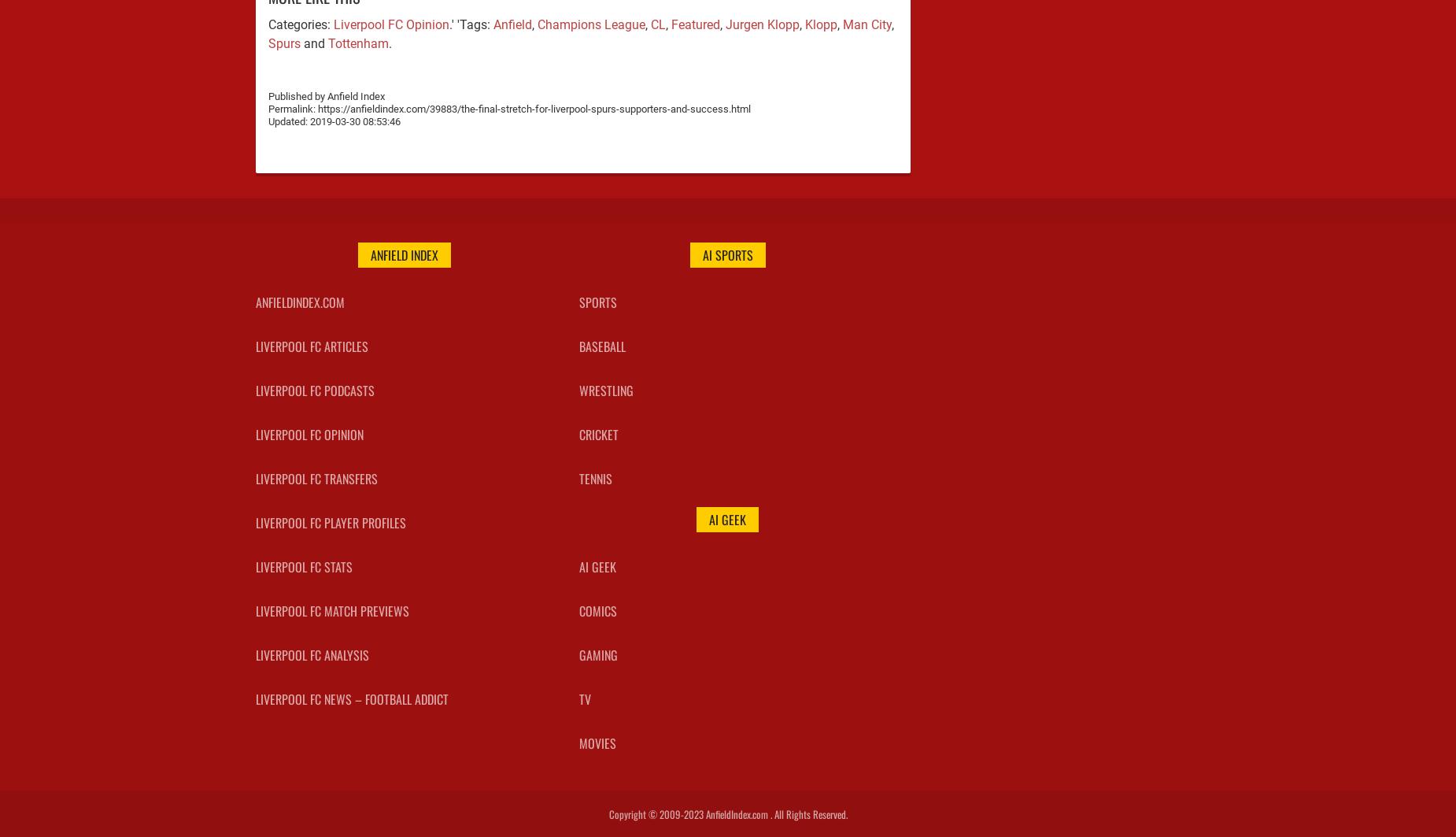  What do you see at coordinates (597, 653) in the screenshot?
I see `'Gaming'` at bounding box center [597, 653].